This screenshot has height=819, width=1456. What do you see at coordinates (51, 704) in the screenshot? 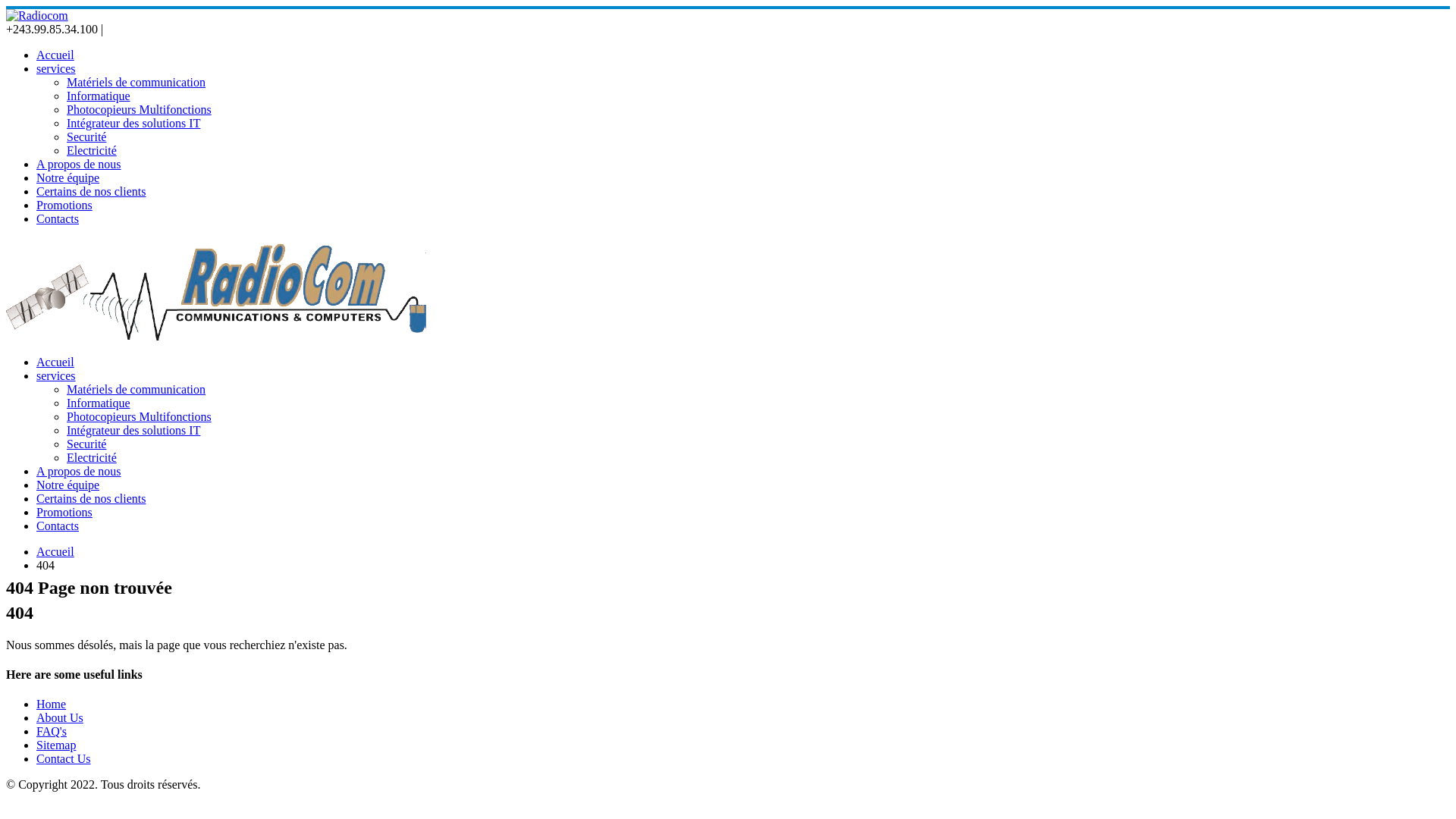
I see `'Home'` at bounding box center [51, 704].